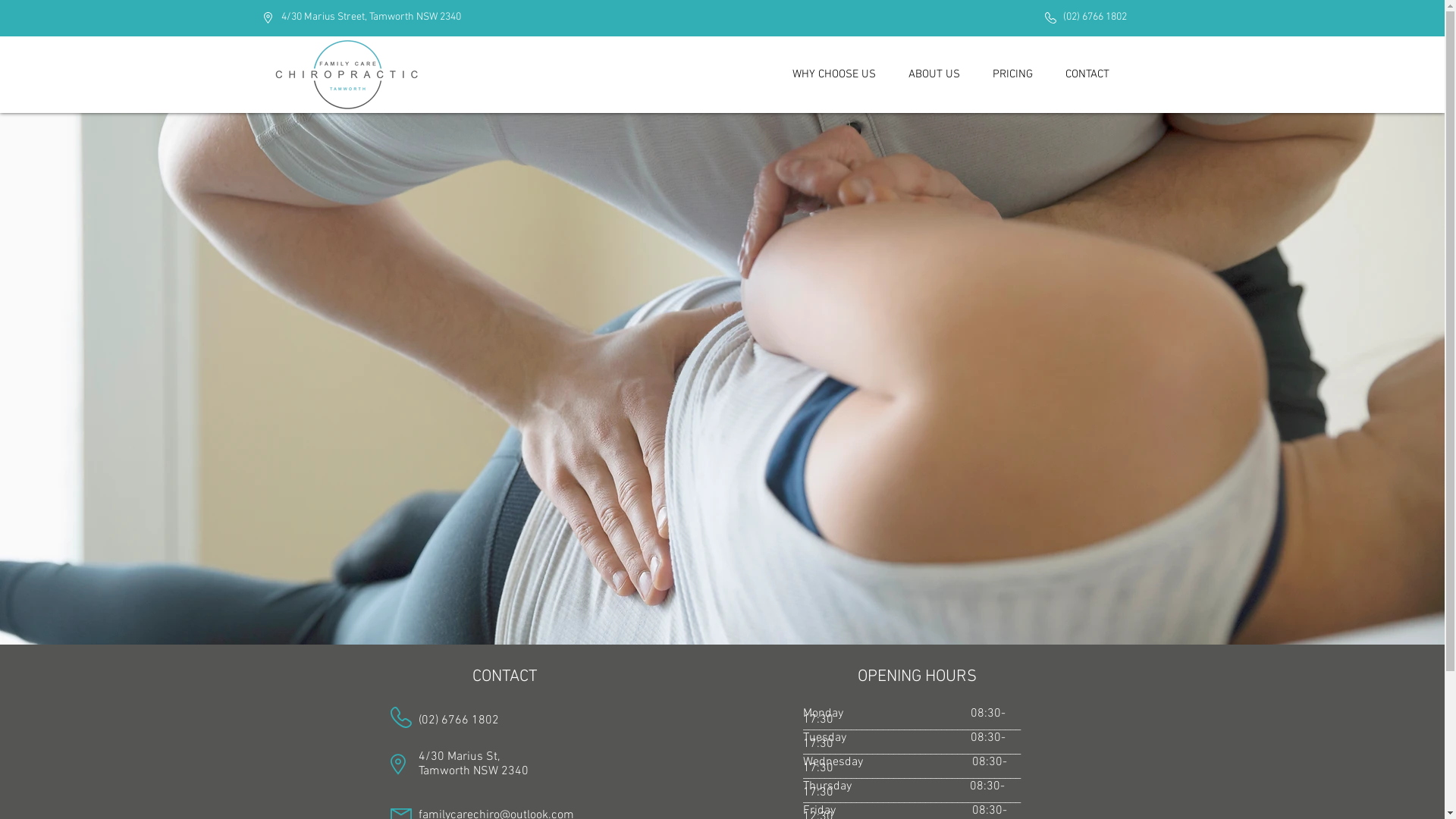  I want to click on 'ABOUT US', so click(933, 74).